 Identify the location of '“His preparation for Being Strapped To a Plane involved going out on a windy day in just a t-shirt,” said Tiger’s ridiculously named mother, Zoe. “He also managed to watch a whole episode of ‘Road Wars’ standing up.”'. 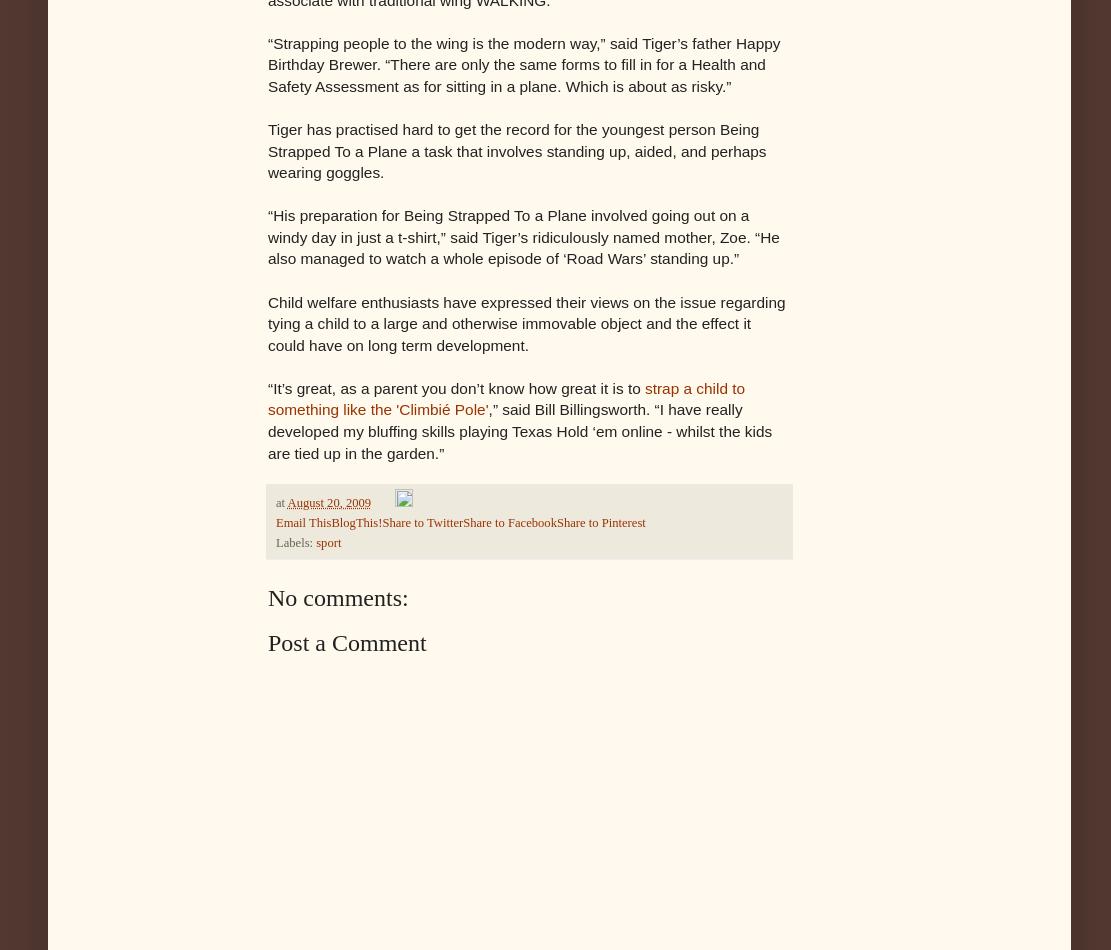
(267, 237).